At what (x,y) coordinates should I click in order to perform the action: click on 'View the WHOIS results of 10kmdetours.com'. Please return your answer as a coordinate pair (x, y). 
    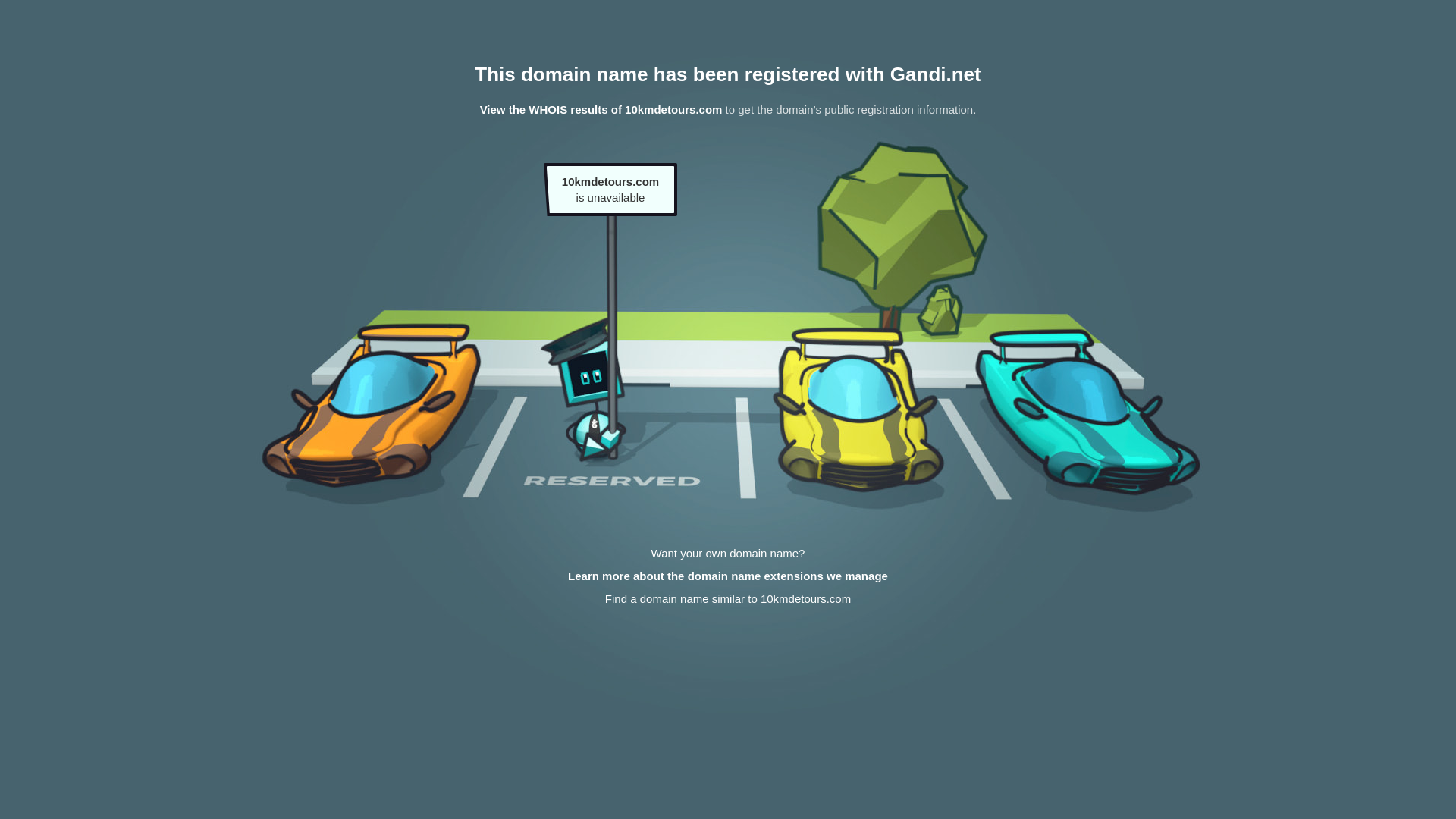
    Looking at the image, I should click on (600, 108).